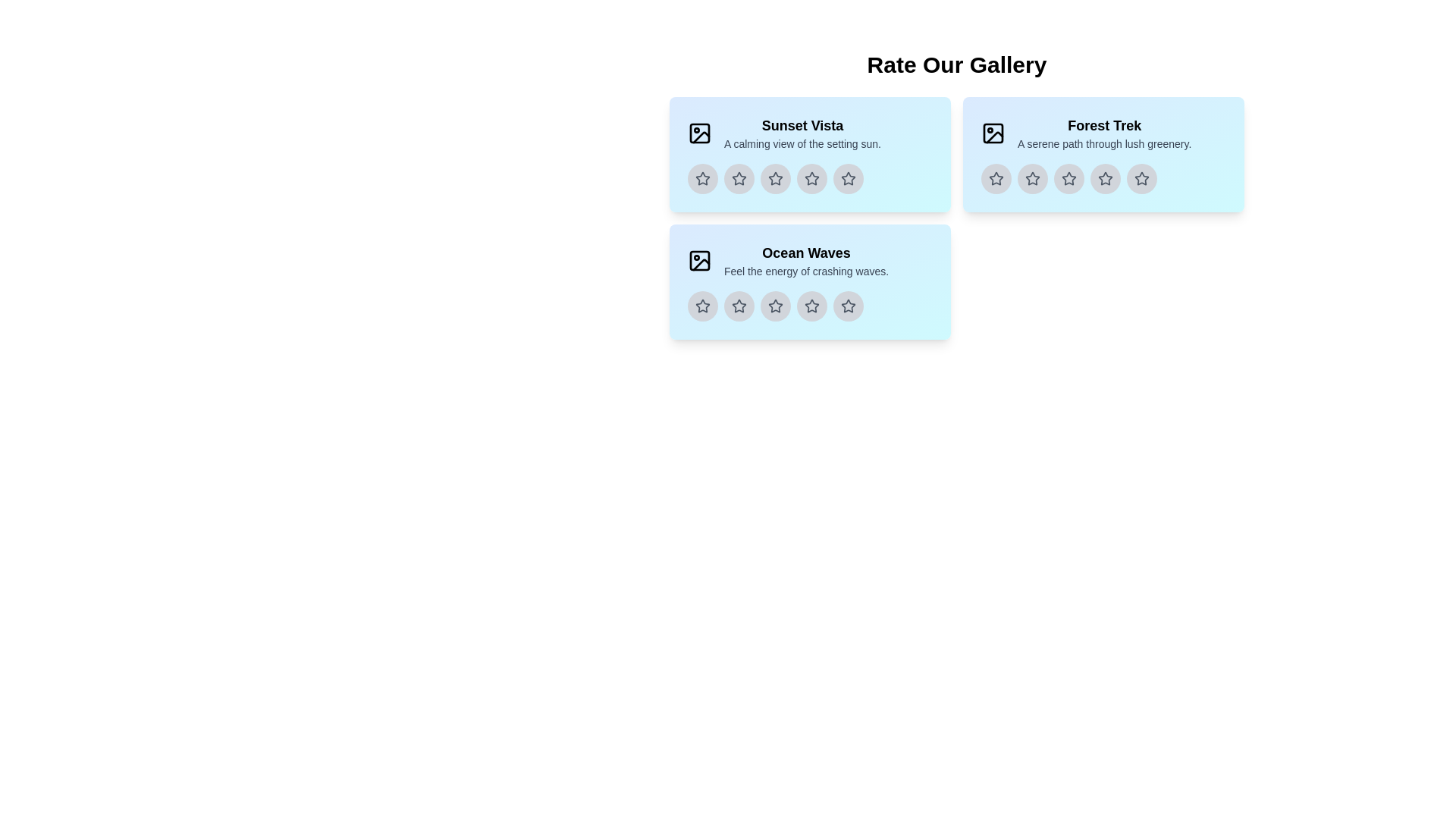 The image size is (1456, 819). Describe the element at coordinates (1104, 143) in the screenshot. I see `the descriptive text label providing additional information about the 'Forest Trek' topic, located below its heading in the rightmost card of the grid arrangement` at that location.